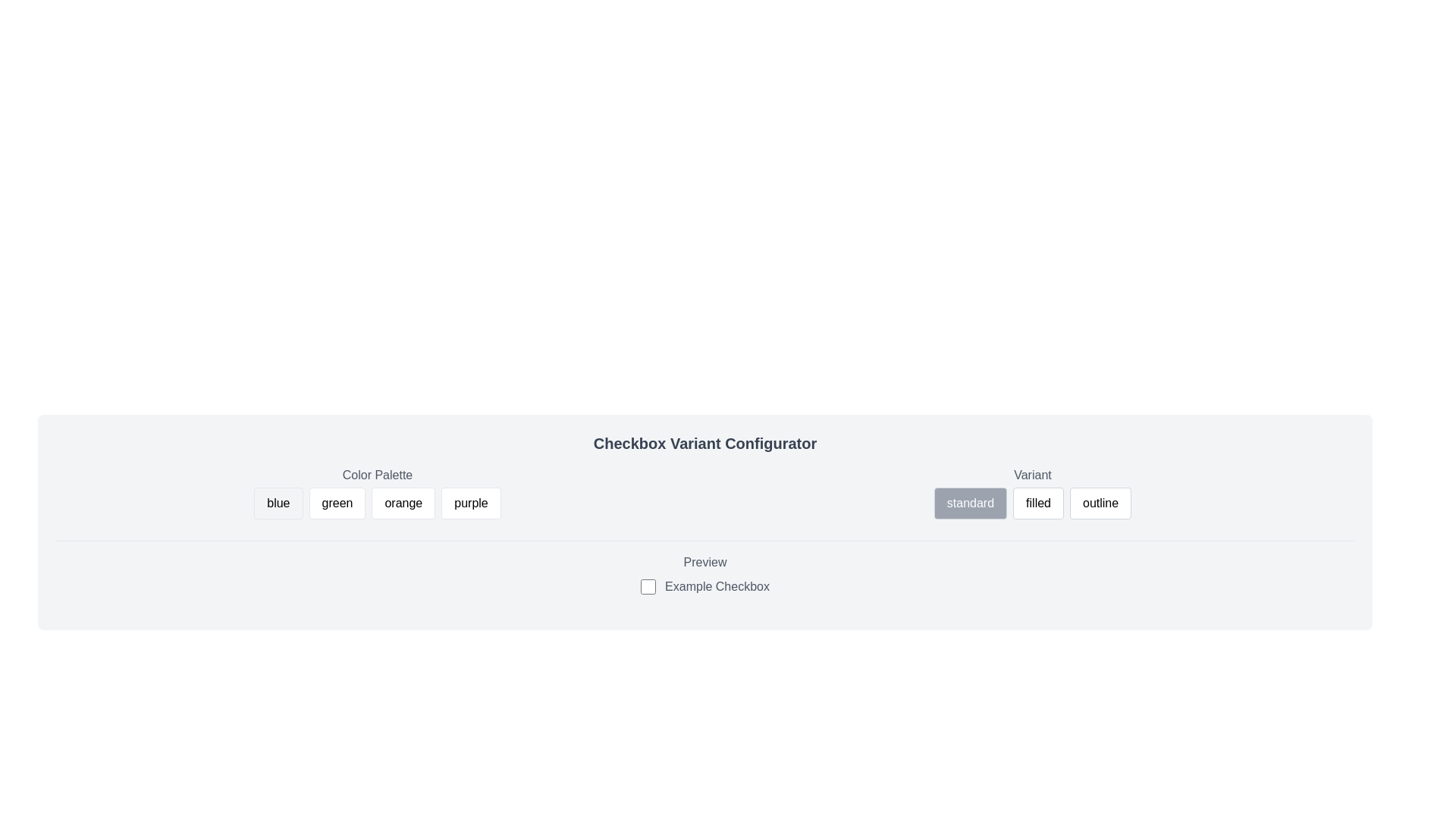 Image resolution: width=1456 pixels, height=819 pixels. I want to click on the 'filled' button, which is the second button in the 'Variant' group under the 'Checkbox Variant Configurator' heading, so click(1032, 494).